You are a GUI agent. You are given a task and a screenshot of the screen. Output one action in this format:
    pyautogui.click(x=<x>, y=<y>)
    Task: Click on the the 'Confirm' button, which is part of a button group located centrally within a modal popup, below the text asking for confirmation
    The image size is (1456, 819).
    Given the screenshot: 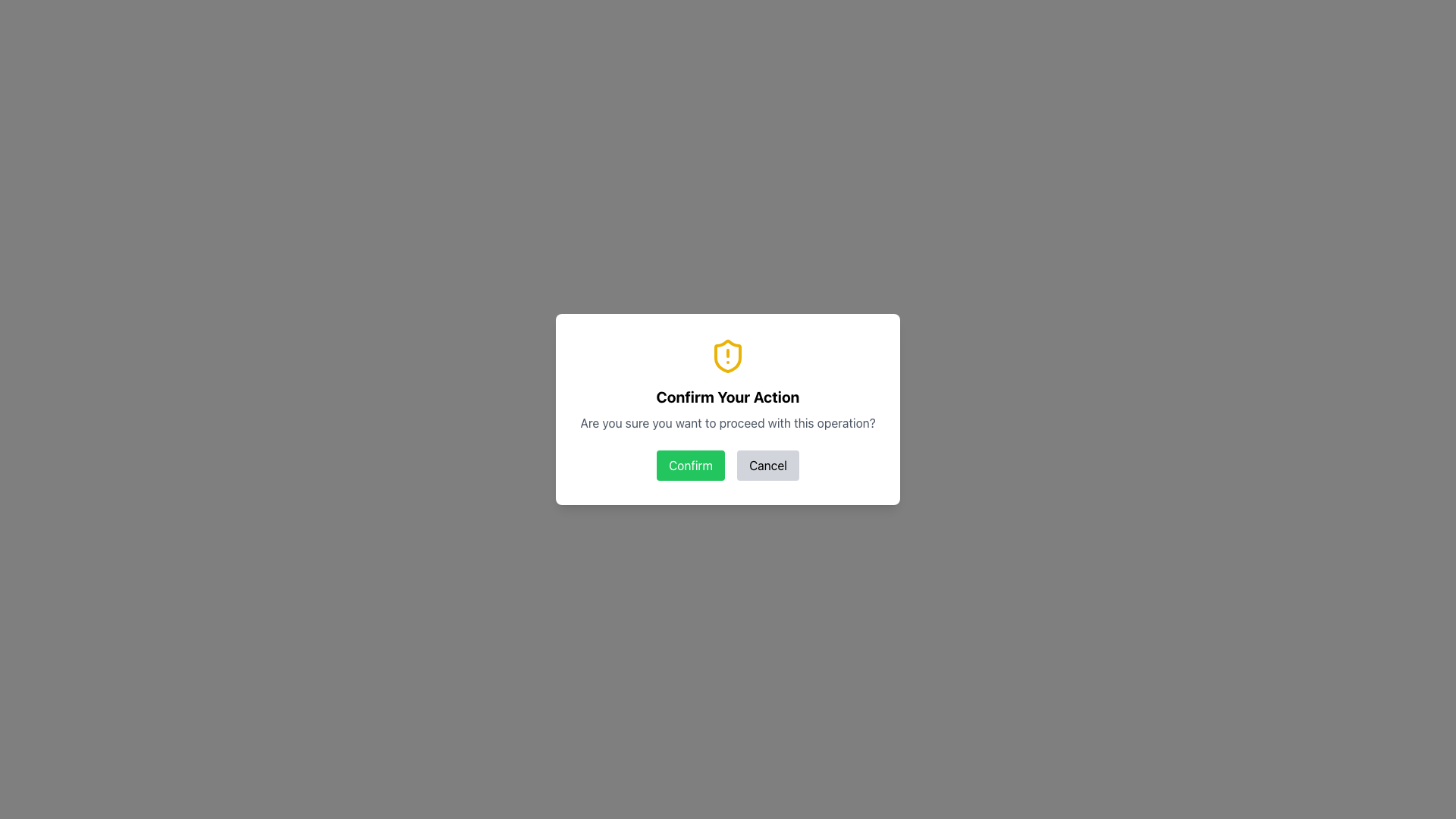 What is the action you would take?
    pyautogui.click(x=728, y=464)
    